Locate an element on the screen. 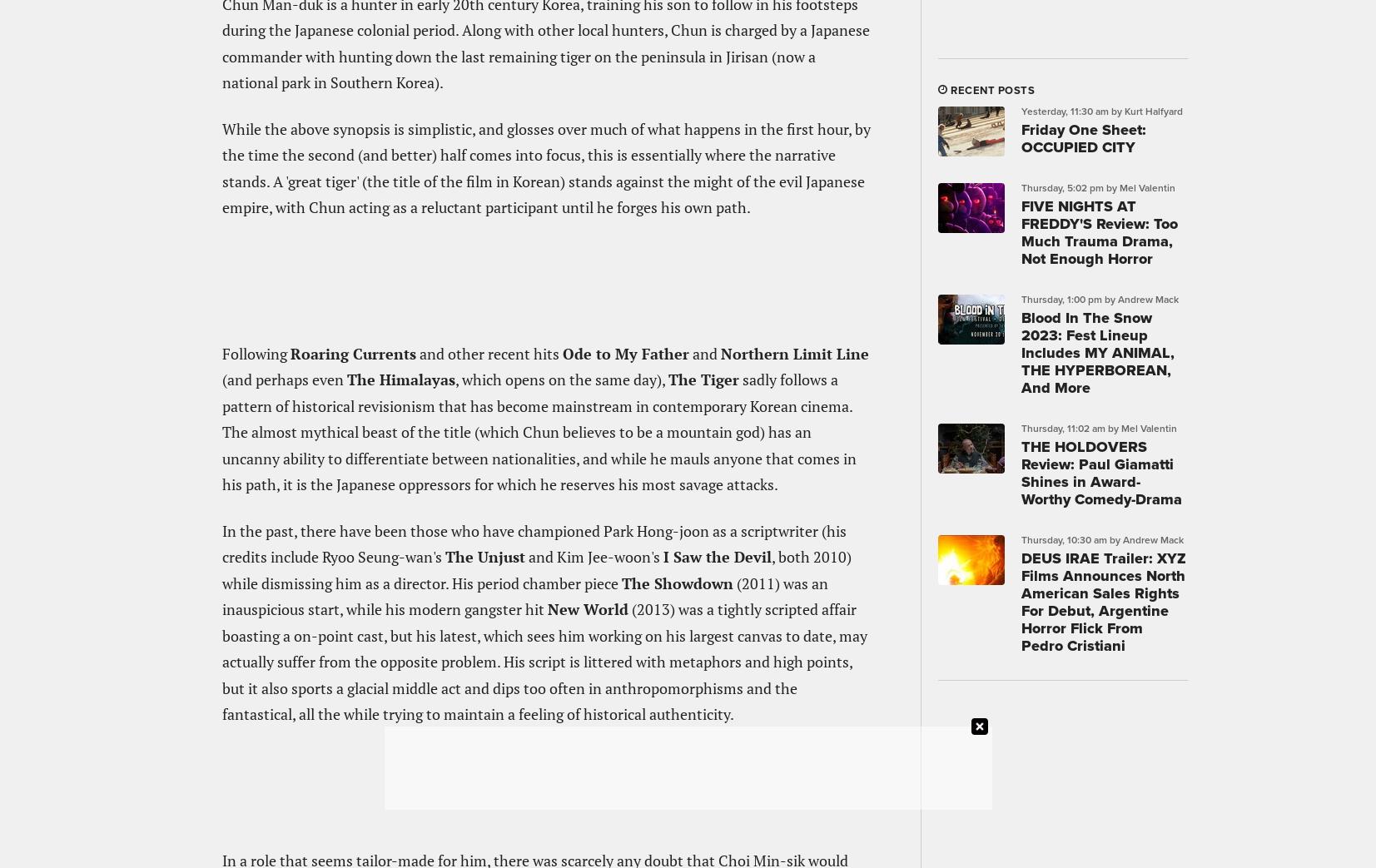 This screenshot has width=1376, height=868. ', both 2010) while dismissing him as a director. His period chamber piece' is located at coordinates (535, 569).